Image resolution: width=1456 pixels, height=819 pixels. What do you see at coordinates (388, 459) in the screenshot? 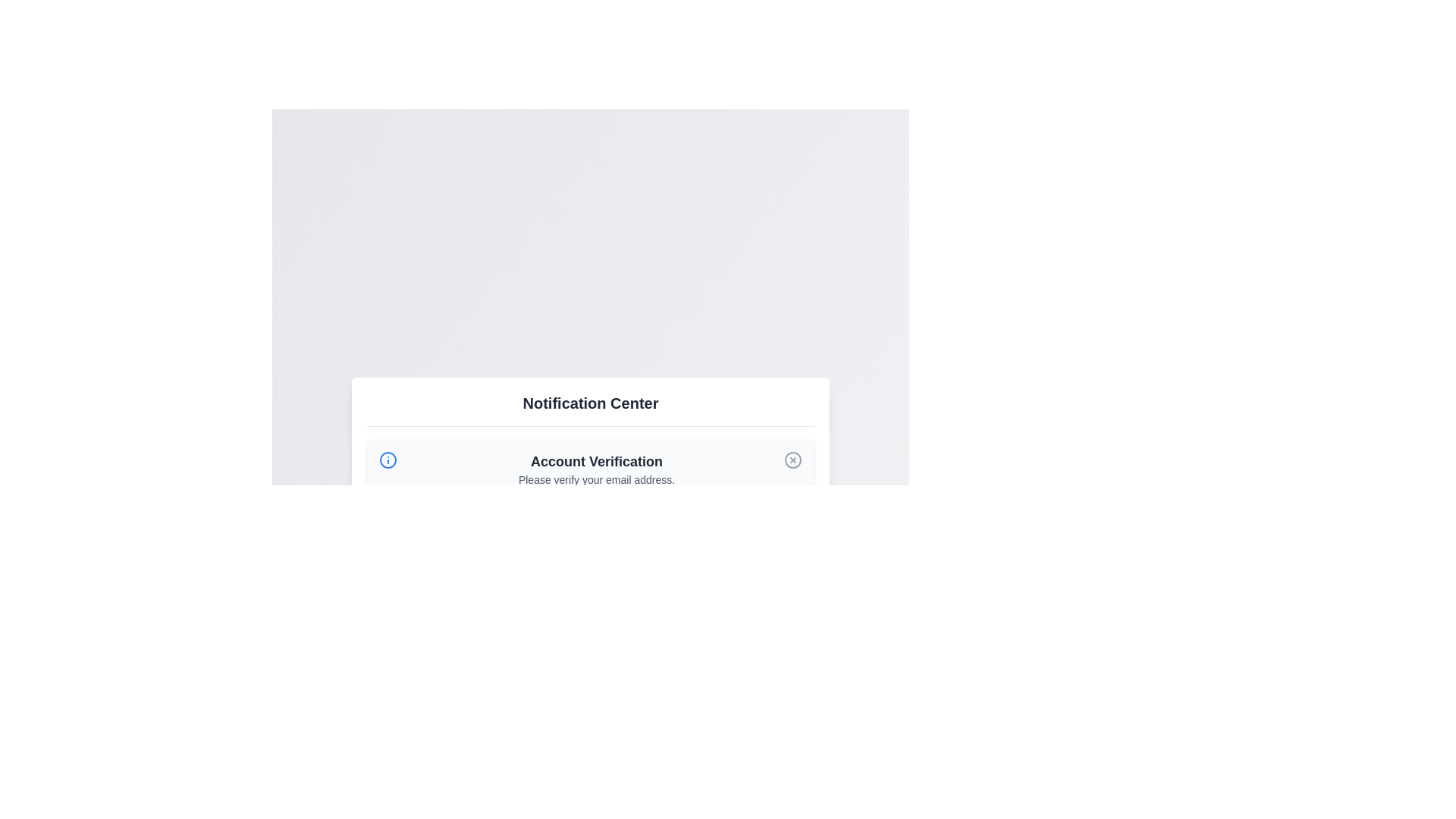
I see `the circular icon located beside the 'Account Verification' text and below the 'Notification Center' heading for information` at bounding box center [388, 459].